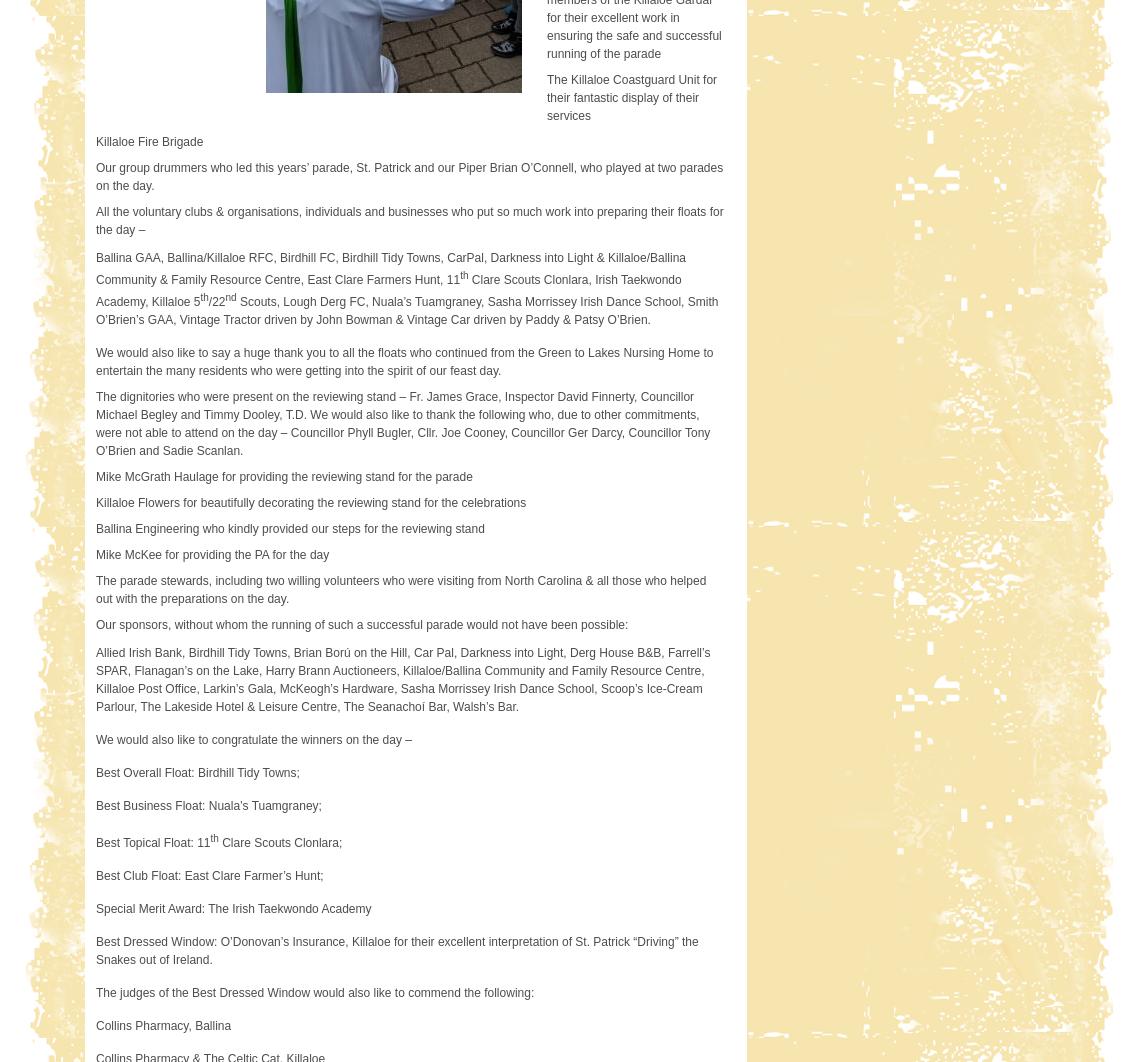  Describe the element at coordinates (290, 527) in the screenshot. I see `'Ballina Engineering who kindly provided our steps for the reviewing stand'` at that location.